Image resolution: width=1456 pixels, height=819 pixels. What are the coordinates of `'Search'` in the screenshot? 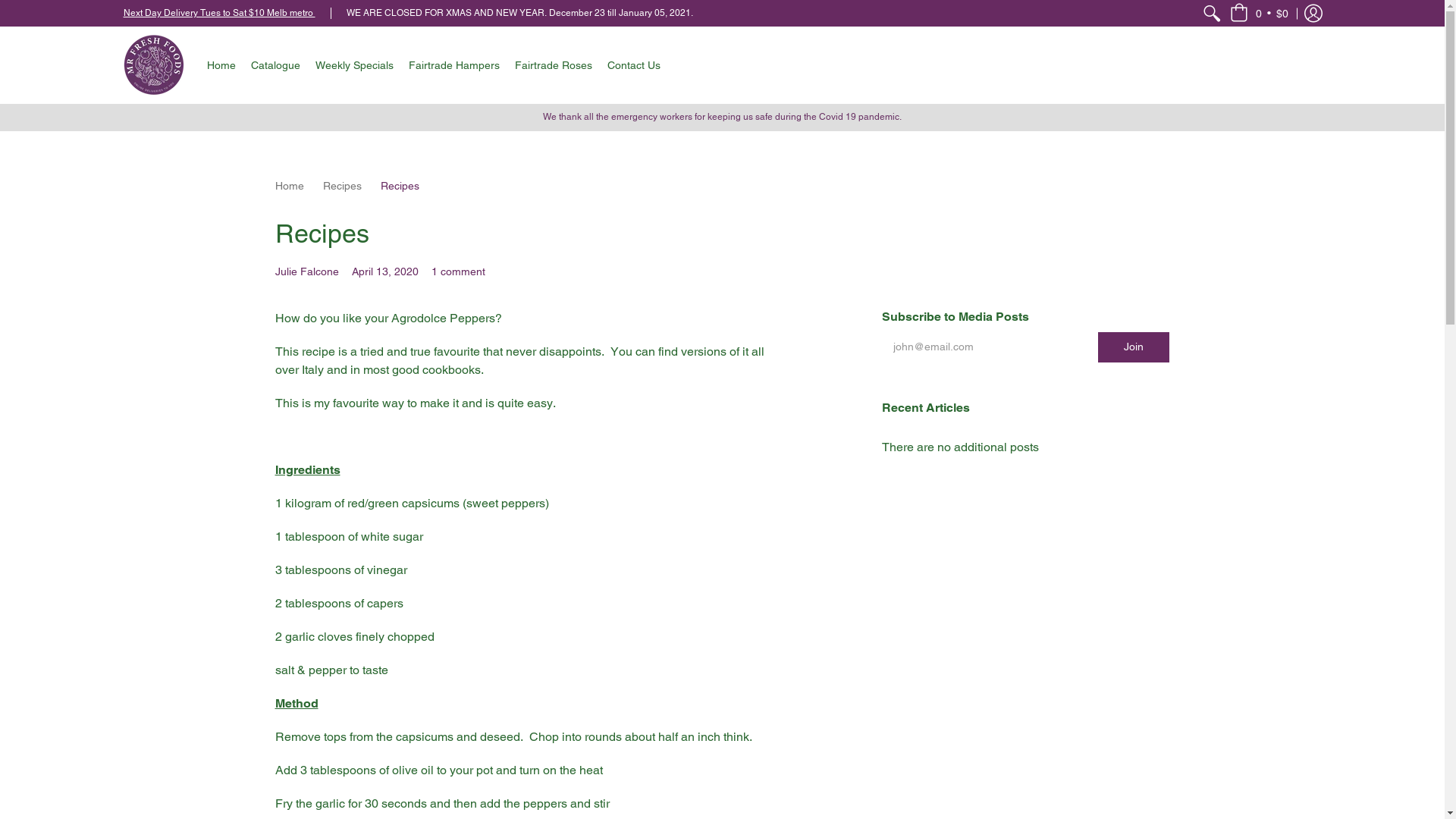 It's located at (1211, 13).